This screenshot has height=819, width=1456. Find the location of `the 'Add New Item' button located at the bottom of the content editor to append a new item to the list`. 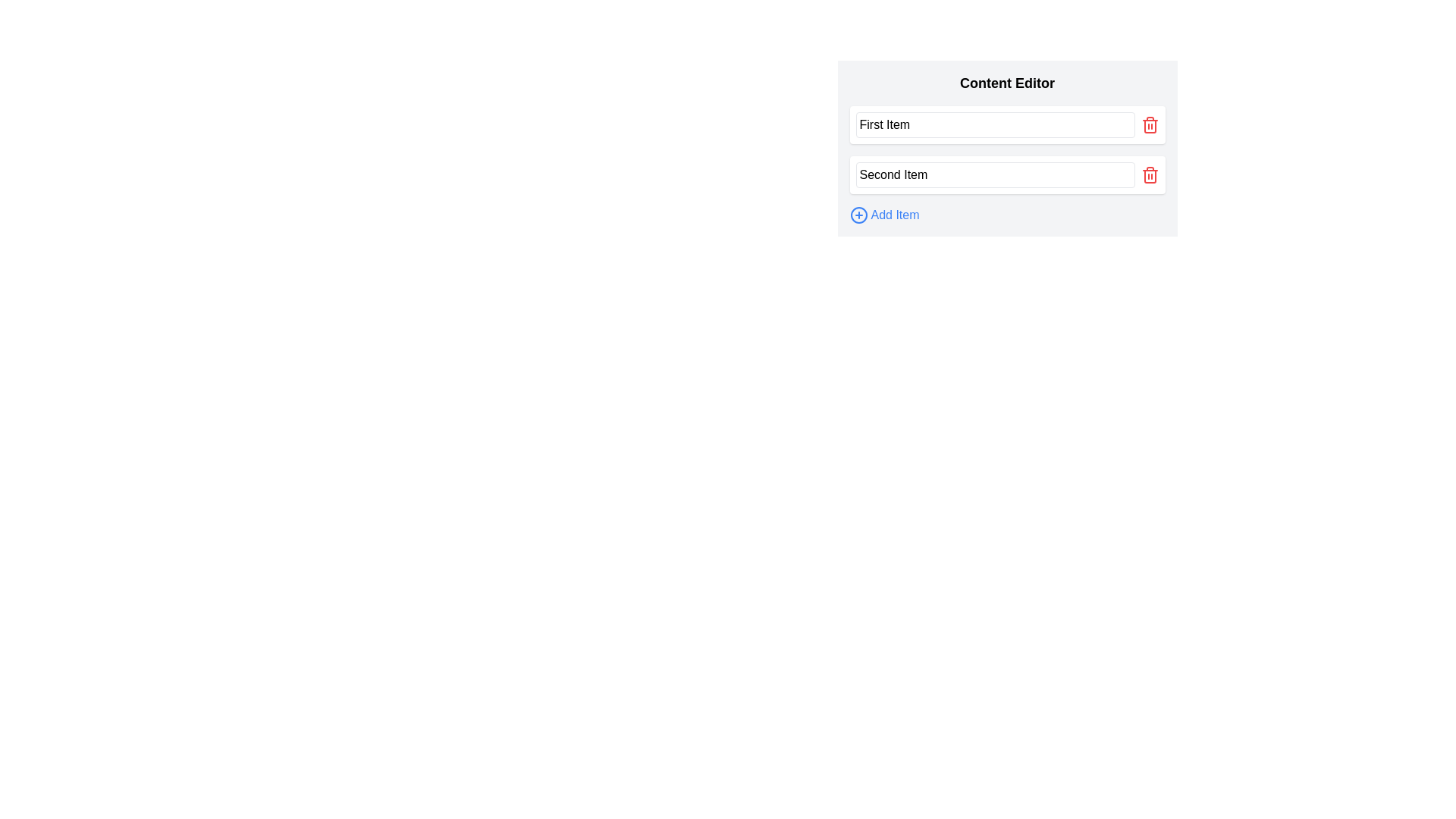

the 'Add New Item' button located at the bottom of the content editor to append a new item to the list is located at coordinates (884, 215).